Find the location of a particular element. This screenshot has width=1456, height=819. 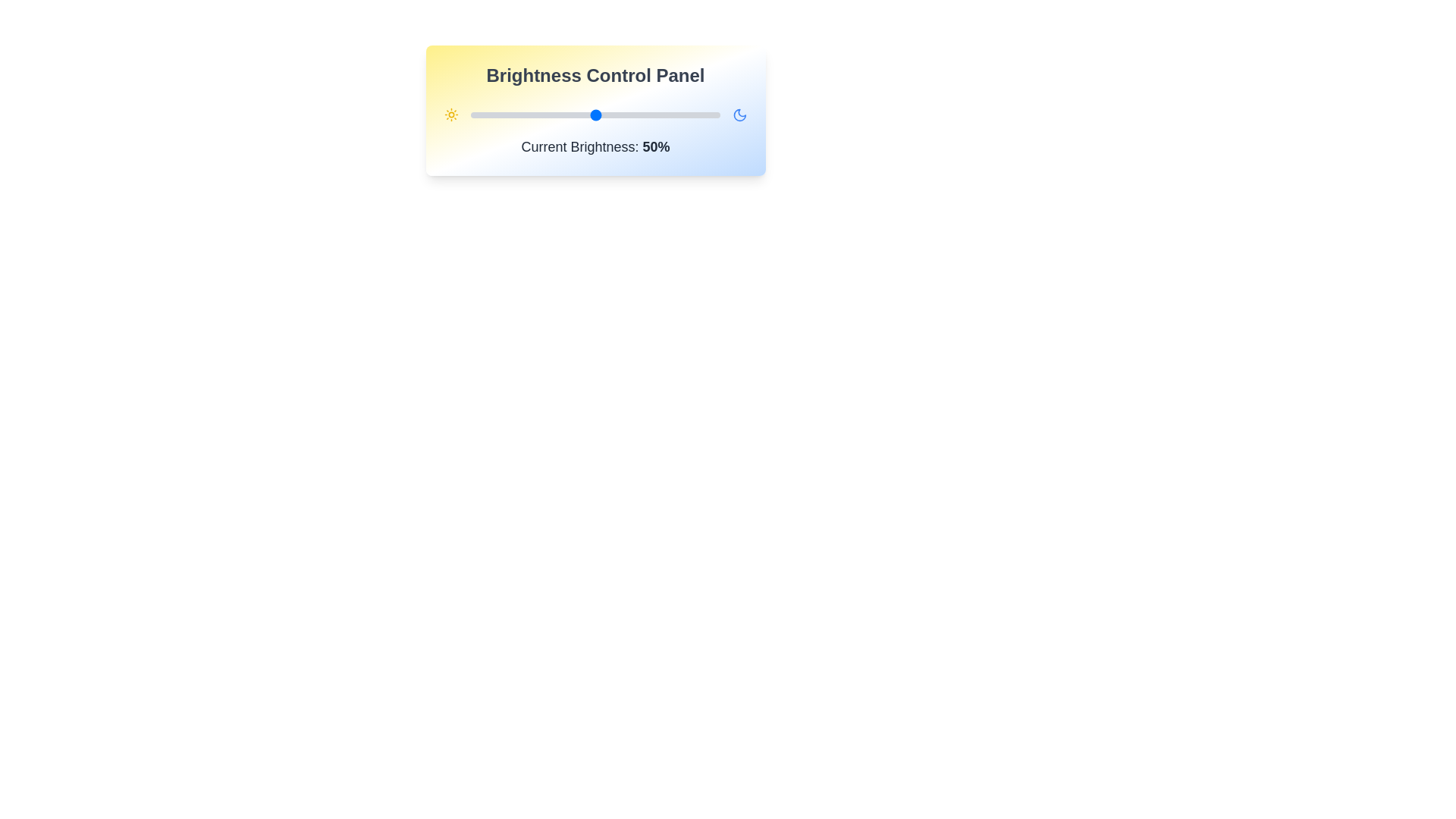

the brightness level is located at coordinates (684, 114).